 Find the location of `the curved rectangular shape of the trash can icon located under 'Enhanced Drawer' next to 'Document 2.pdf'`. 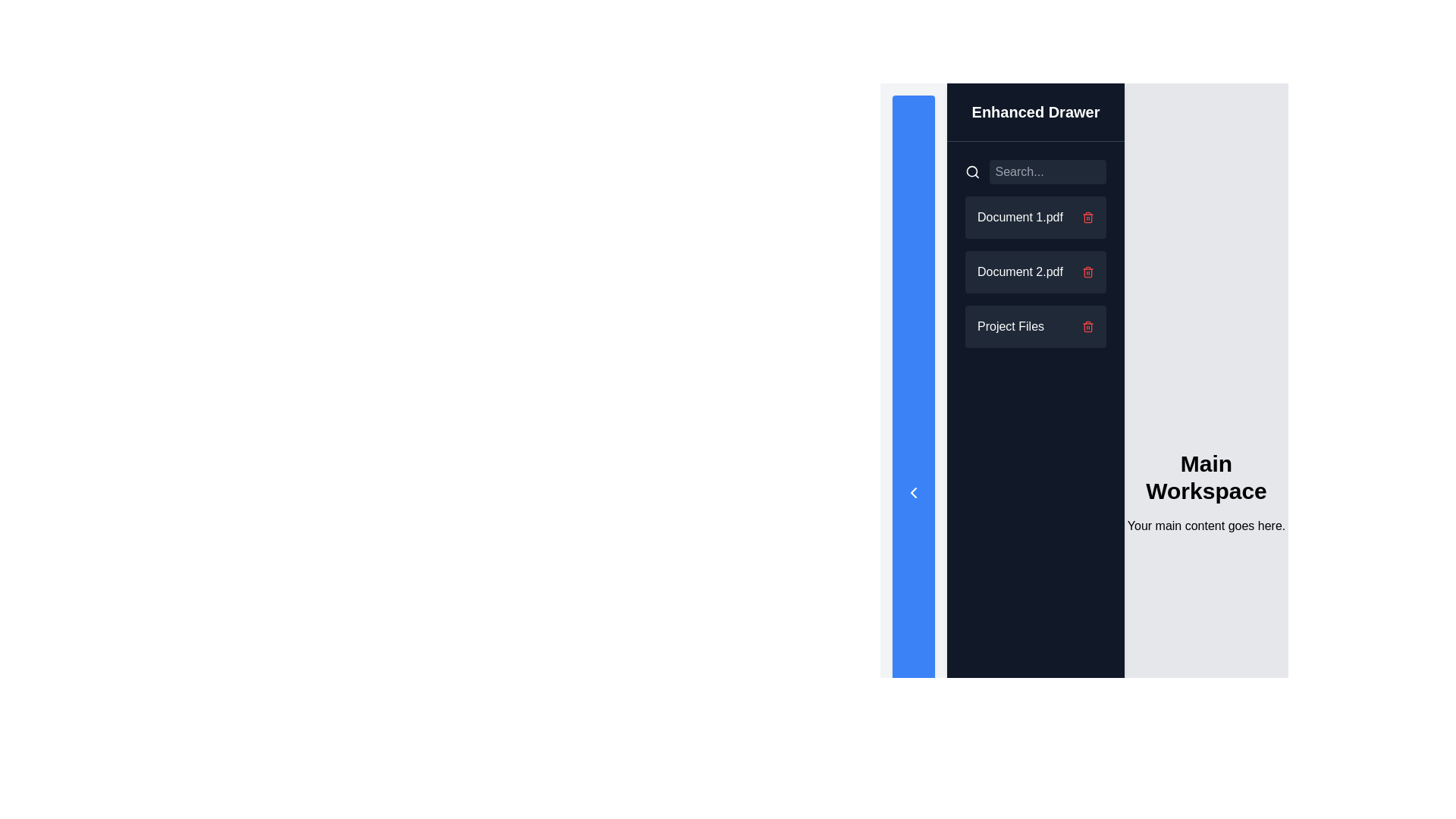

the curved rectangular shape of the trash can icon located under 'Enhanced Drawer' next to 'Document 2.pdf' is located at coordinates (1087, 327).